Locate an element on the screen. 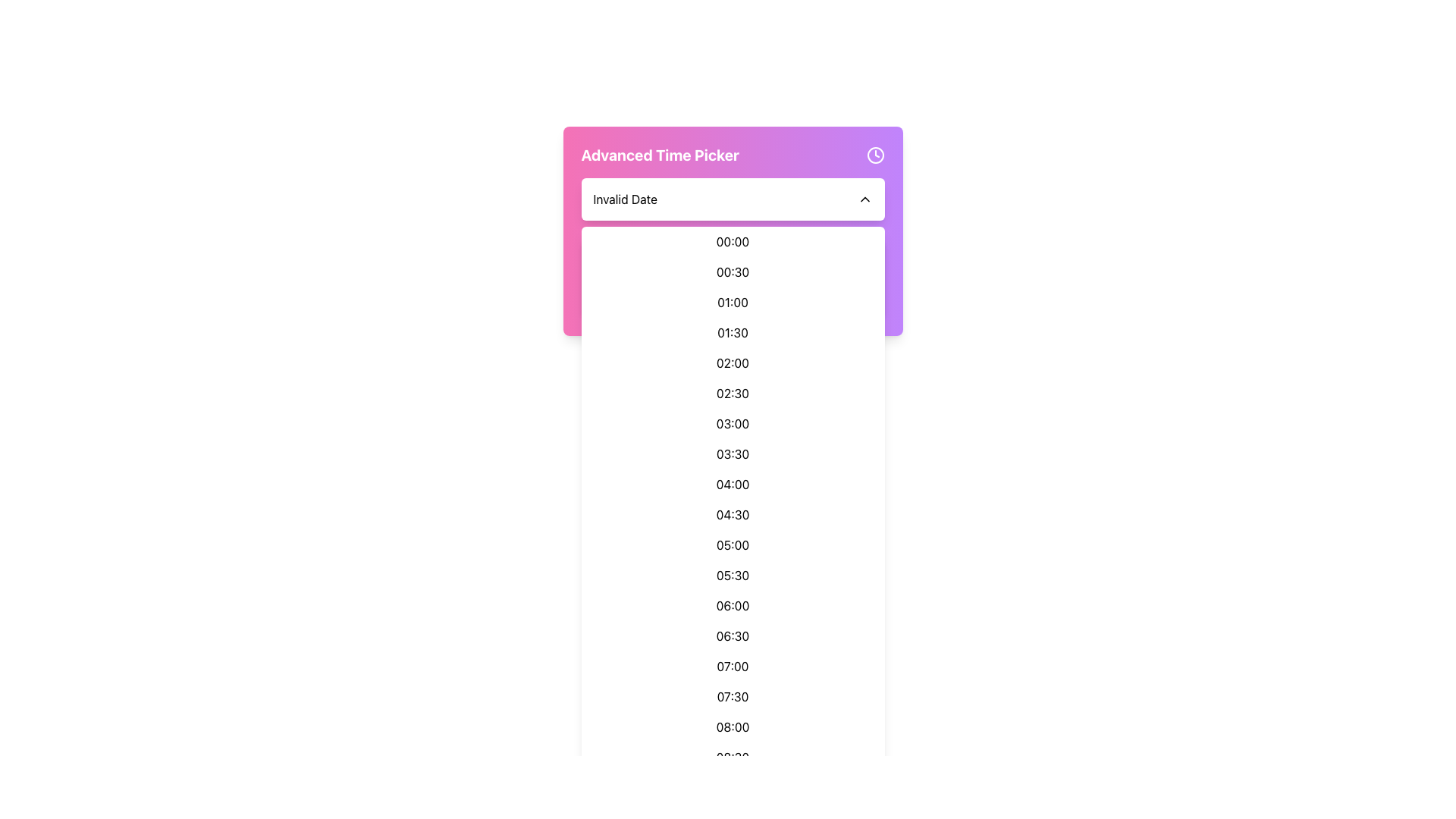 The width and height of the screenshot is (1456, 819). the List Item displaying the time '03:30' is located at coordinates (733, 453).